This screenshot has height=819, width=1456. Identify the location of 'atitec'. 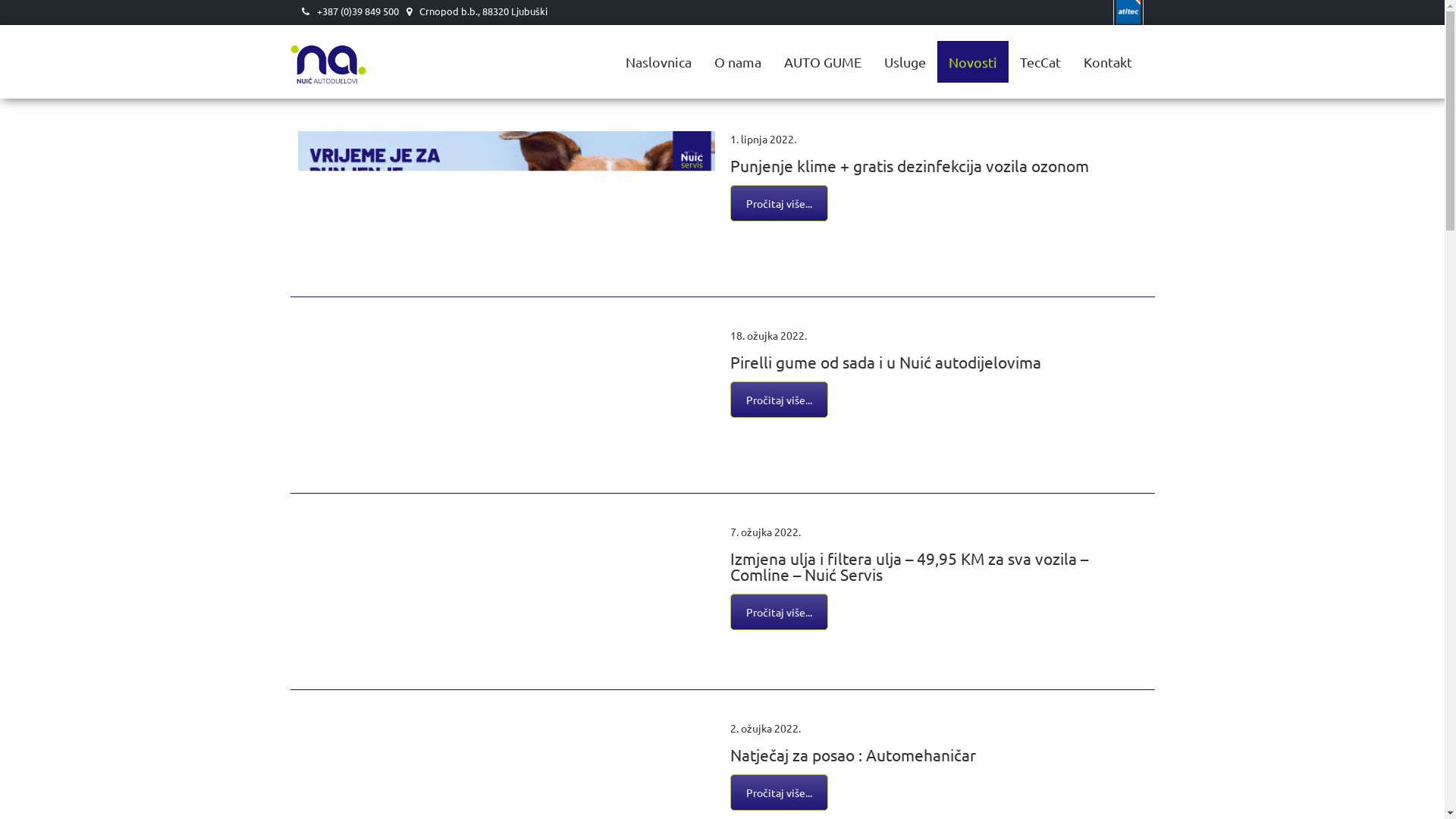
(1113, 12).